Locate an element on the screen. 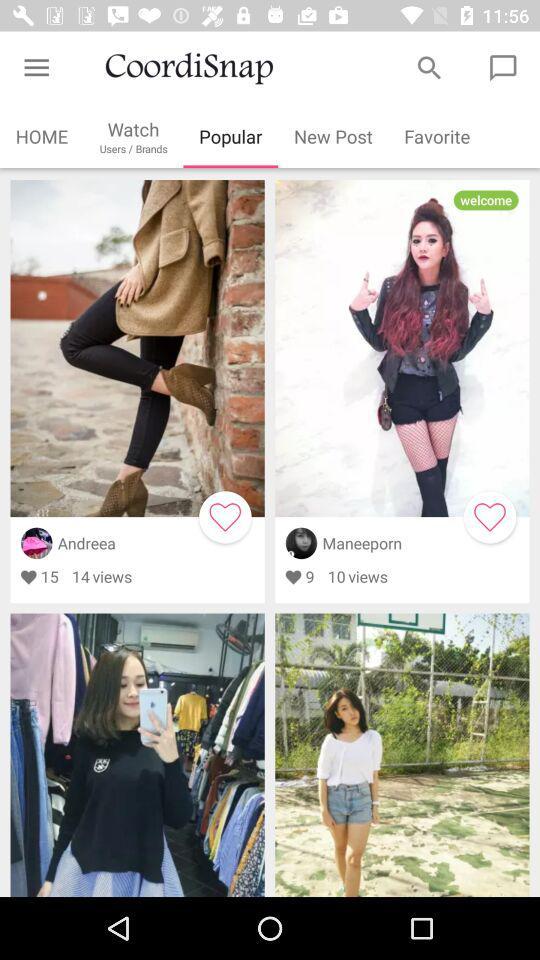 The image size is (540, 960). to favorites is located at coordinates (224, 516).